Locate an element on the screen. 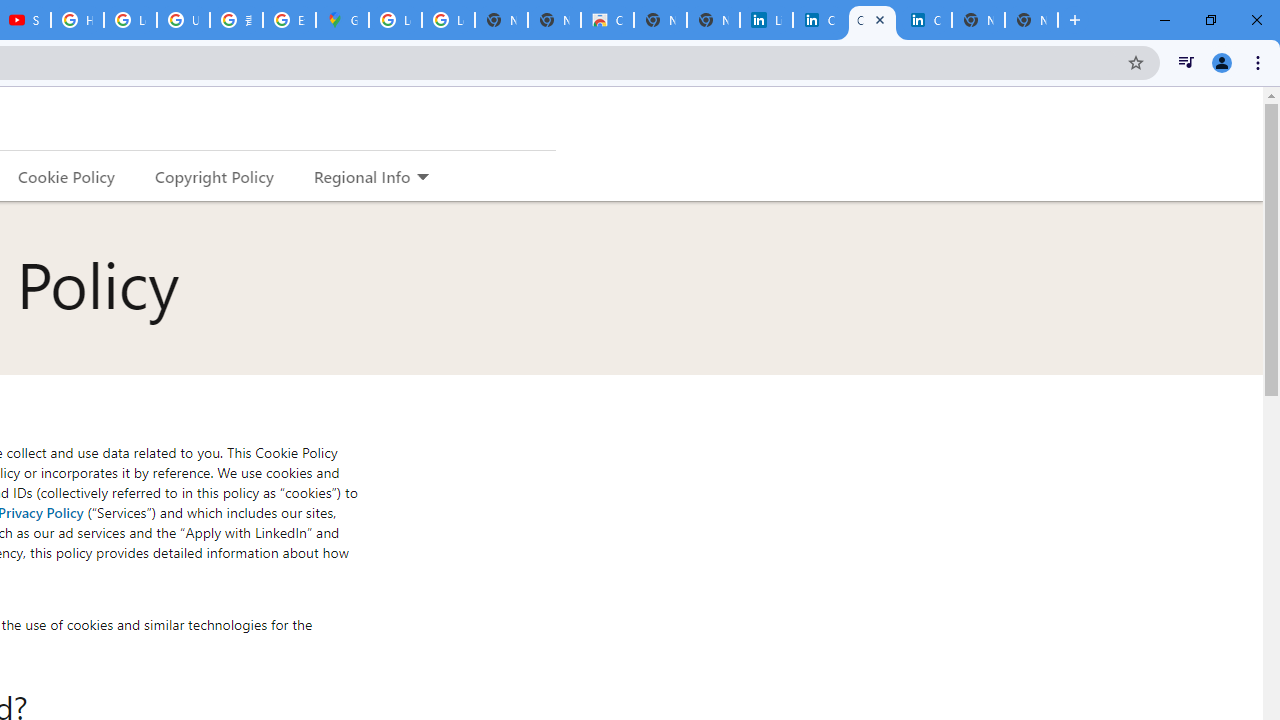 Image resolution: width=1280 pixels, height=720 pixels. 'Copyright Policy' is located at coordinates (213, 175).